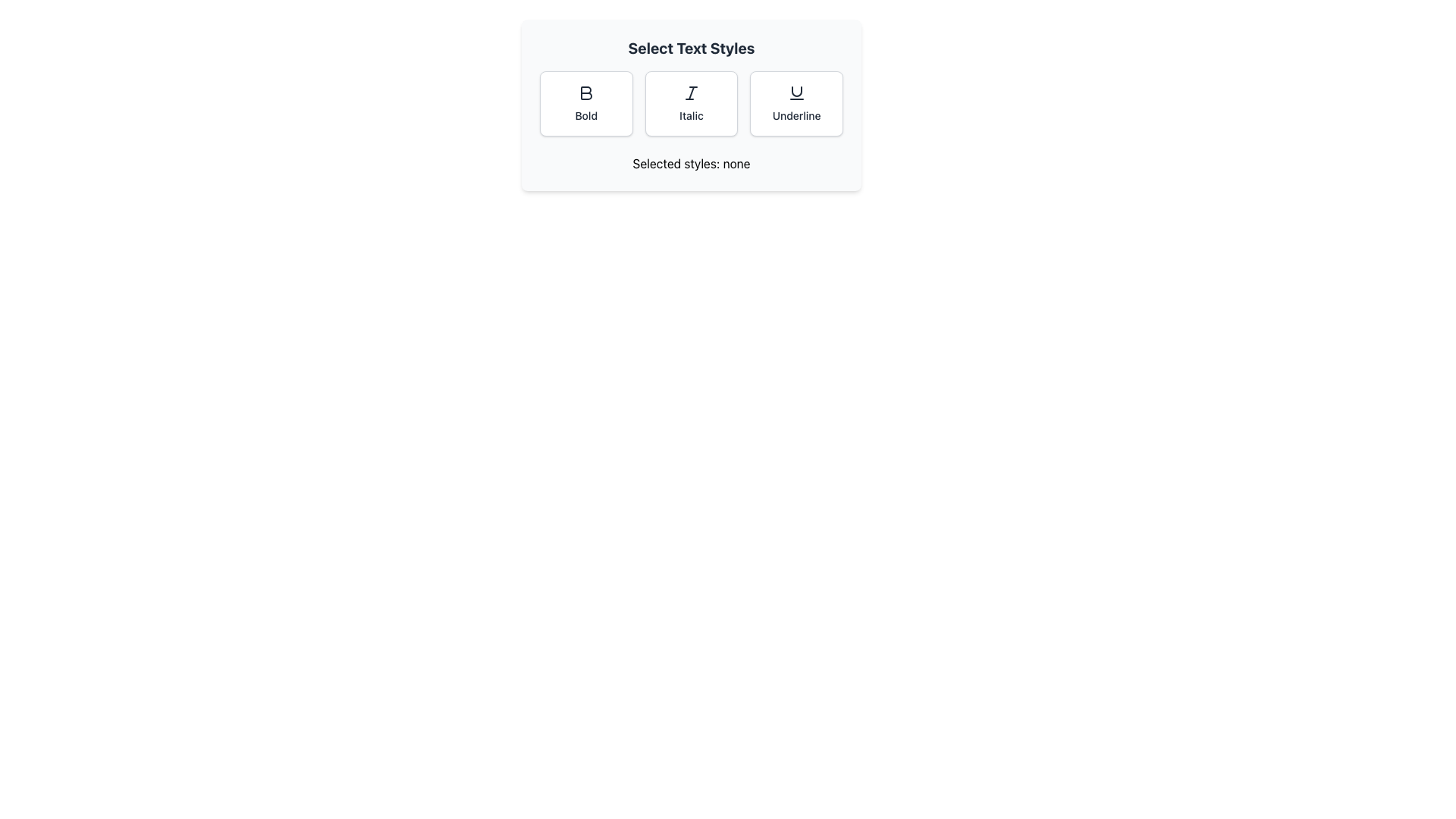 This screenshot has height=819, width=1456. Describe the element at coordinates (691, 93) in the screenshot. I see `the diagonal line forming part of the 'Italic' icon within the selectable button under the 'Select Text Styles' heading` at that location.